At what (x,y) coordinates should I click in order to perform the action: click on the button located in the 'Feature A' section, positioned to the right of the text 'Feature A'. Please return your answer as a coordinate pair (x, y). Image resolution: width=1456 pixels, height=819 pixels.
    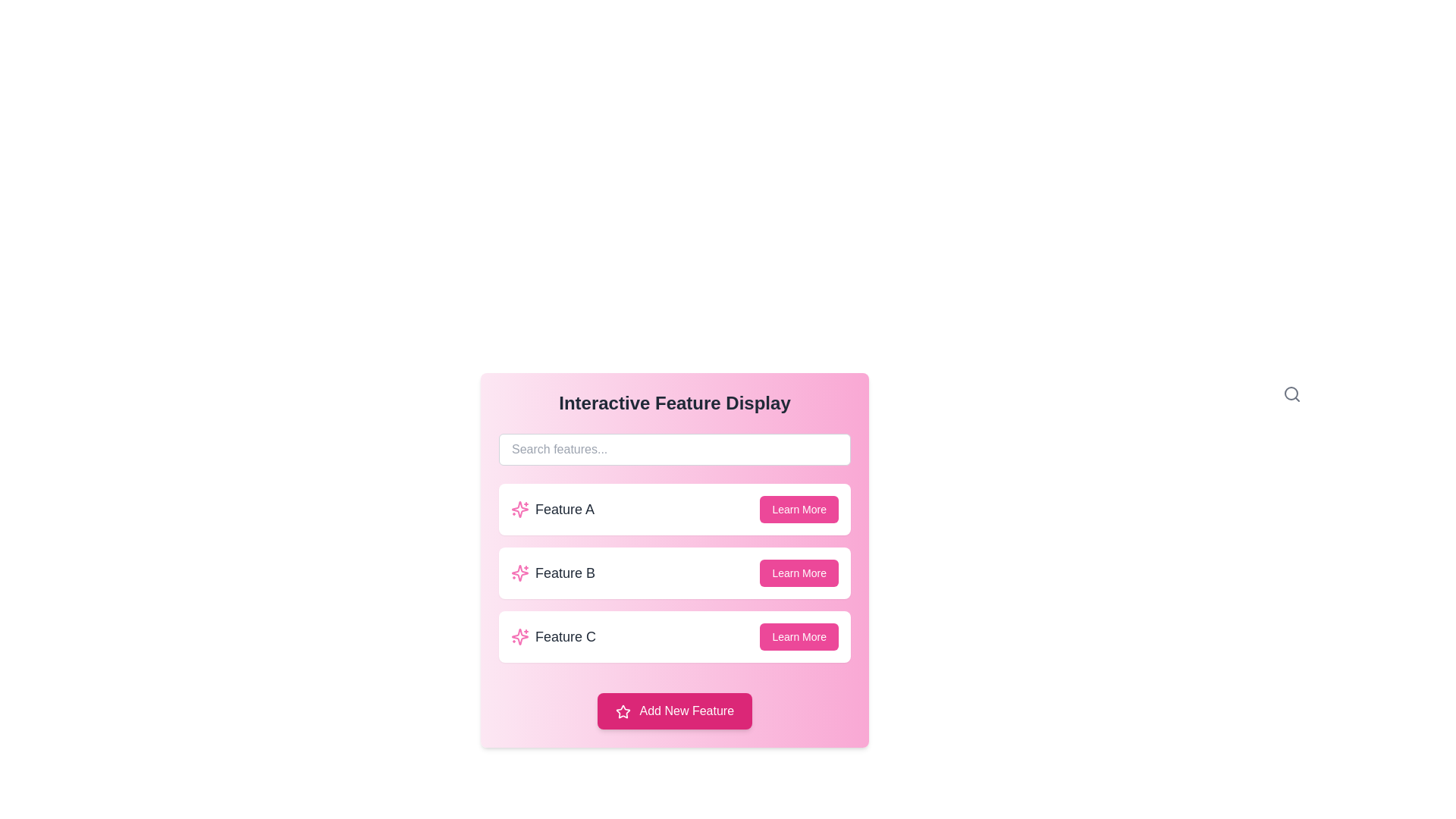
    Looking at the image, I should click on (799, 509).